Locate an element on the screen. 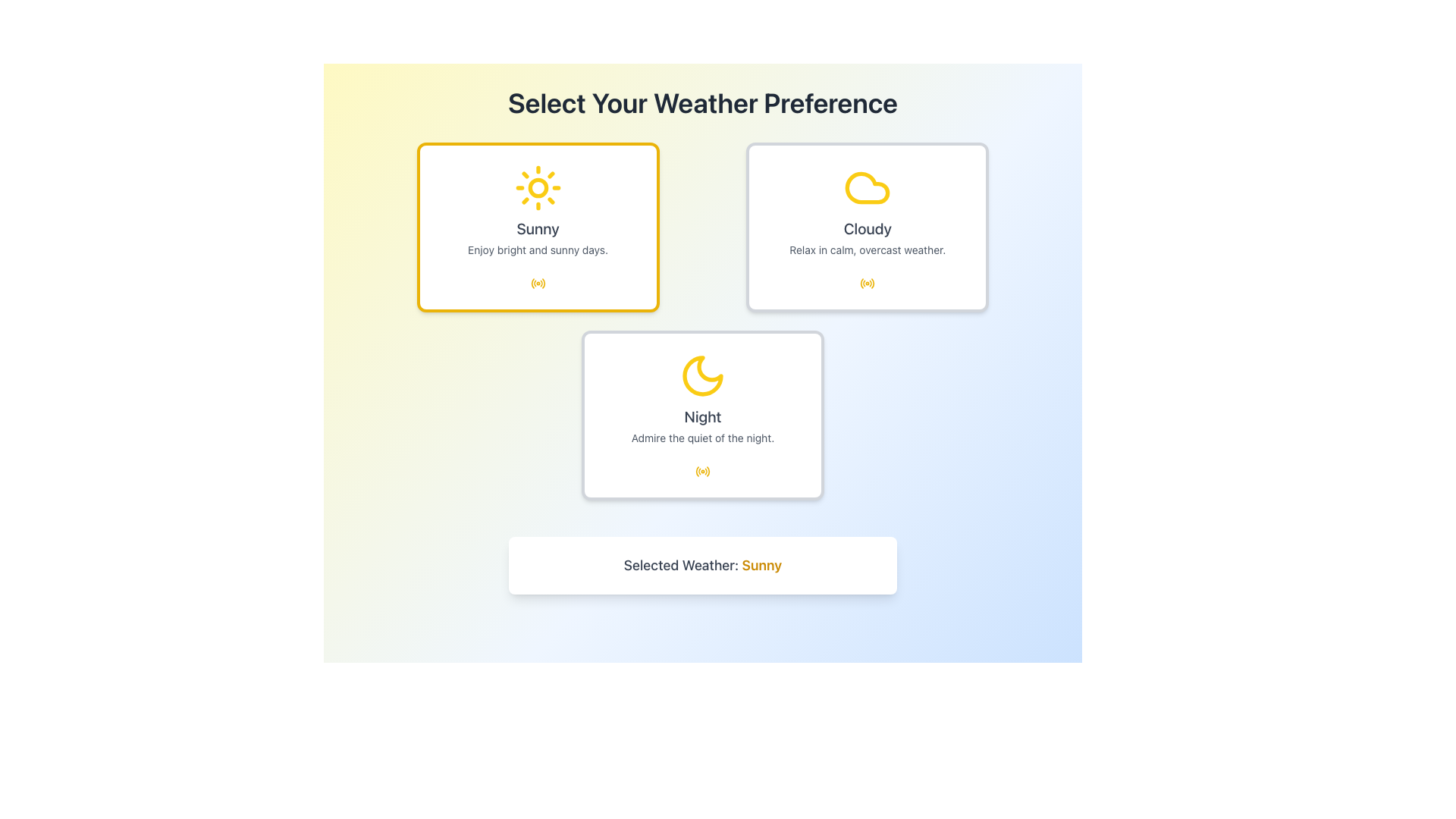 The height and width of the screenshot is (819, 1456). the crescent moon icon representing the 'Night' weather preference option to receive feedback is located at coordinates (701, 375).